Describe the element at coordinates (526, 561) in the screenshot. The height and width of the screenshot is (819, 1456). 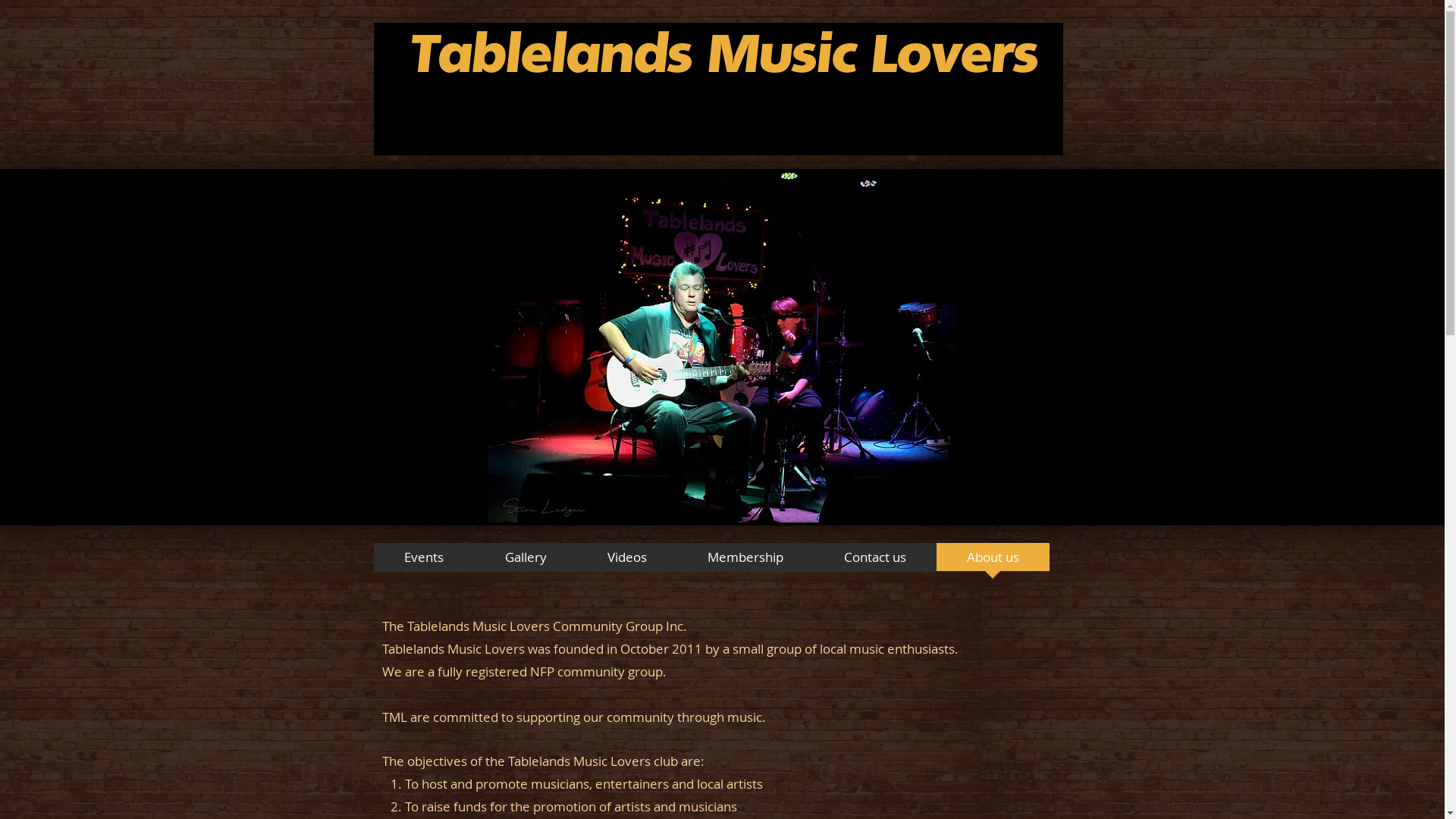
I see `'Gallery'` at that location.